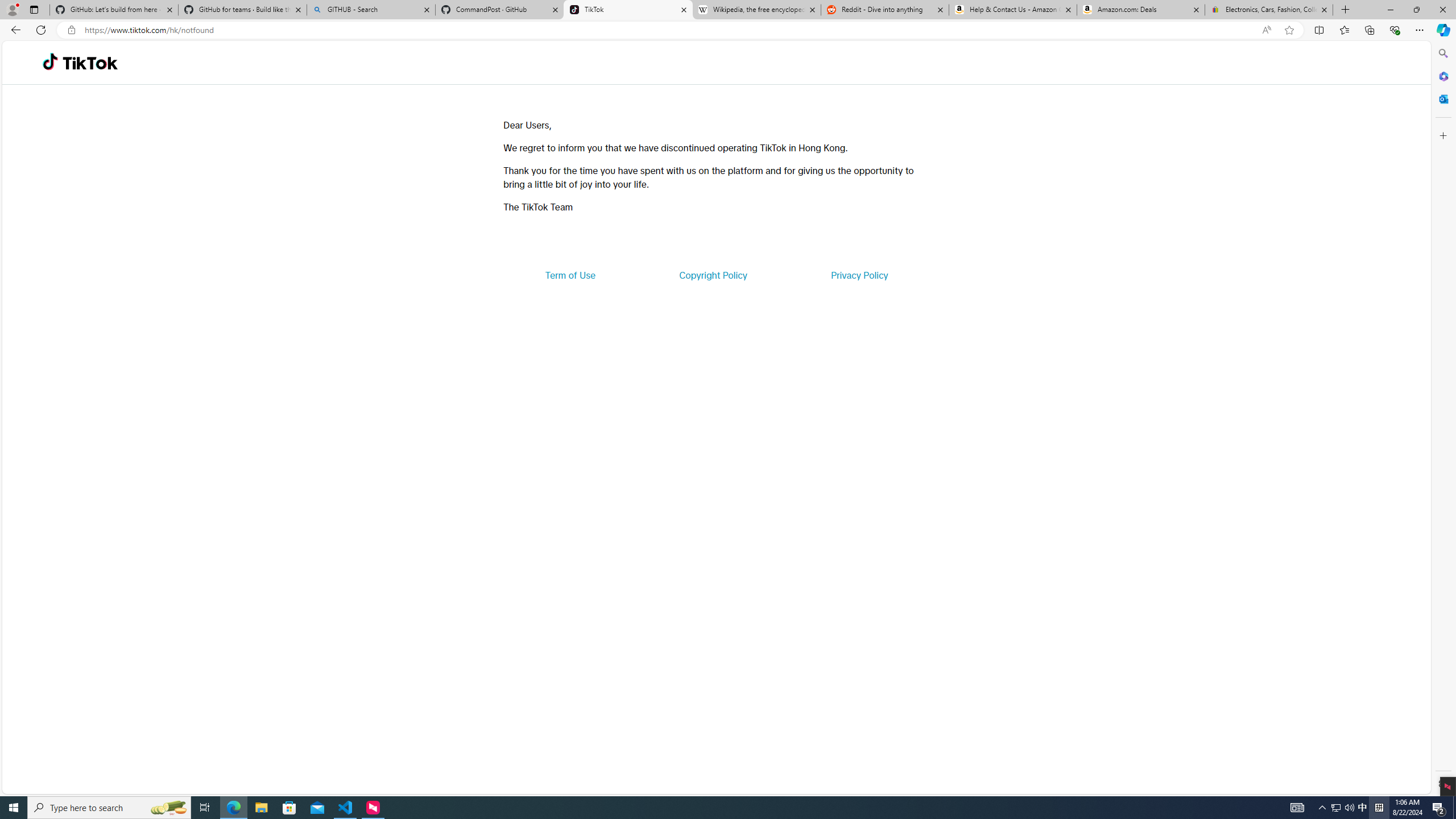 This screenshot has width=1456, height=819. I want to click on 'Split screen', so click(1319, 29).